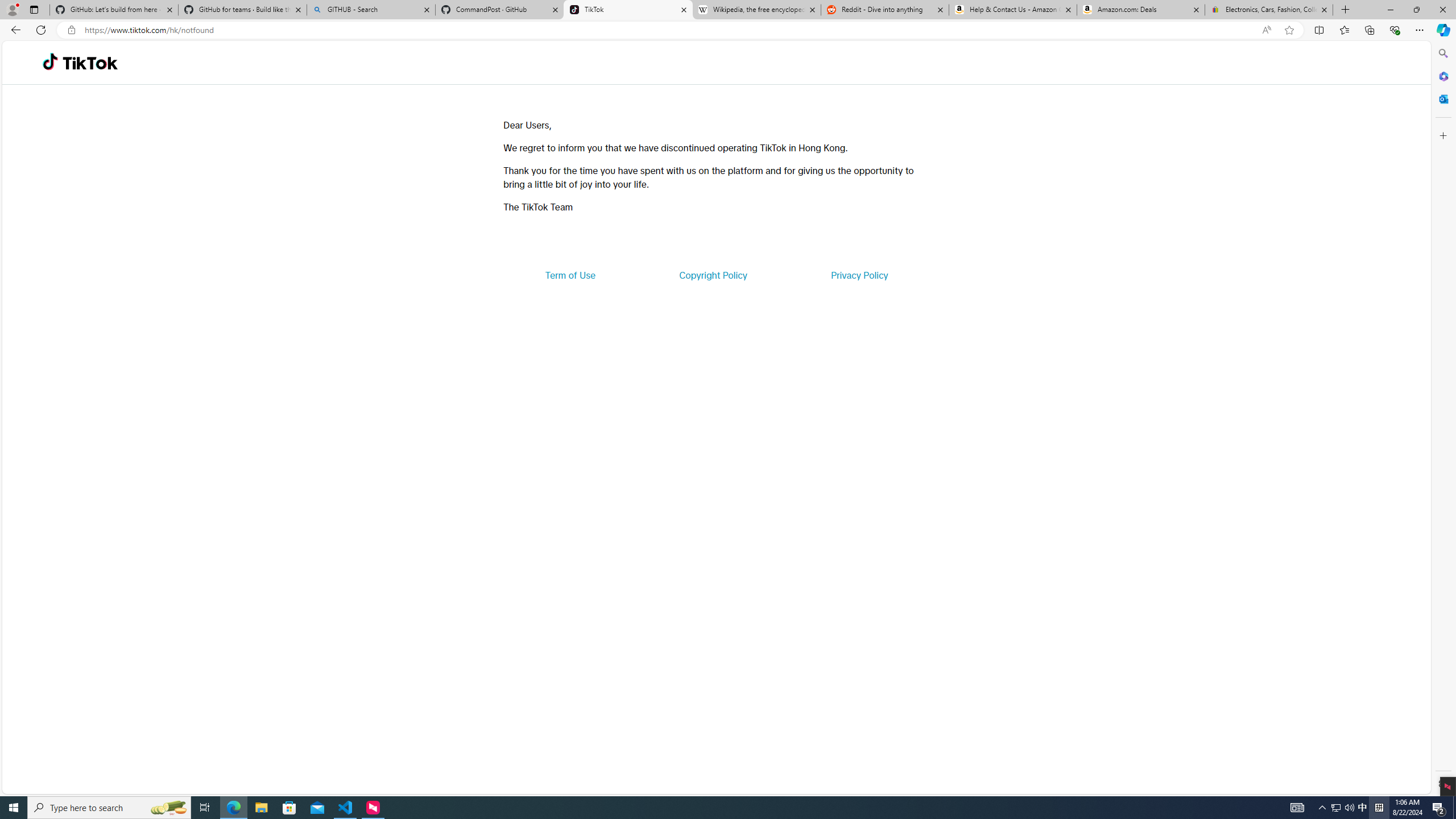 This screenshot has width=1456, height=819. I want to click on 'Split screen', so click(1319, 29).